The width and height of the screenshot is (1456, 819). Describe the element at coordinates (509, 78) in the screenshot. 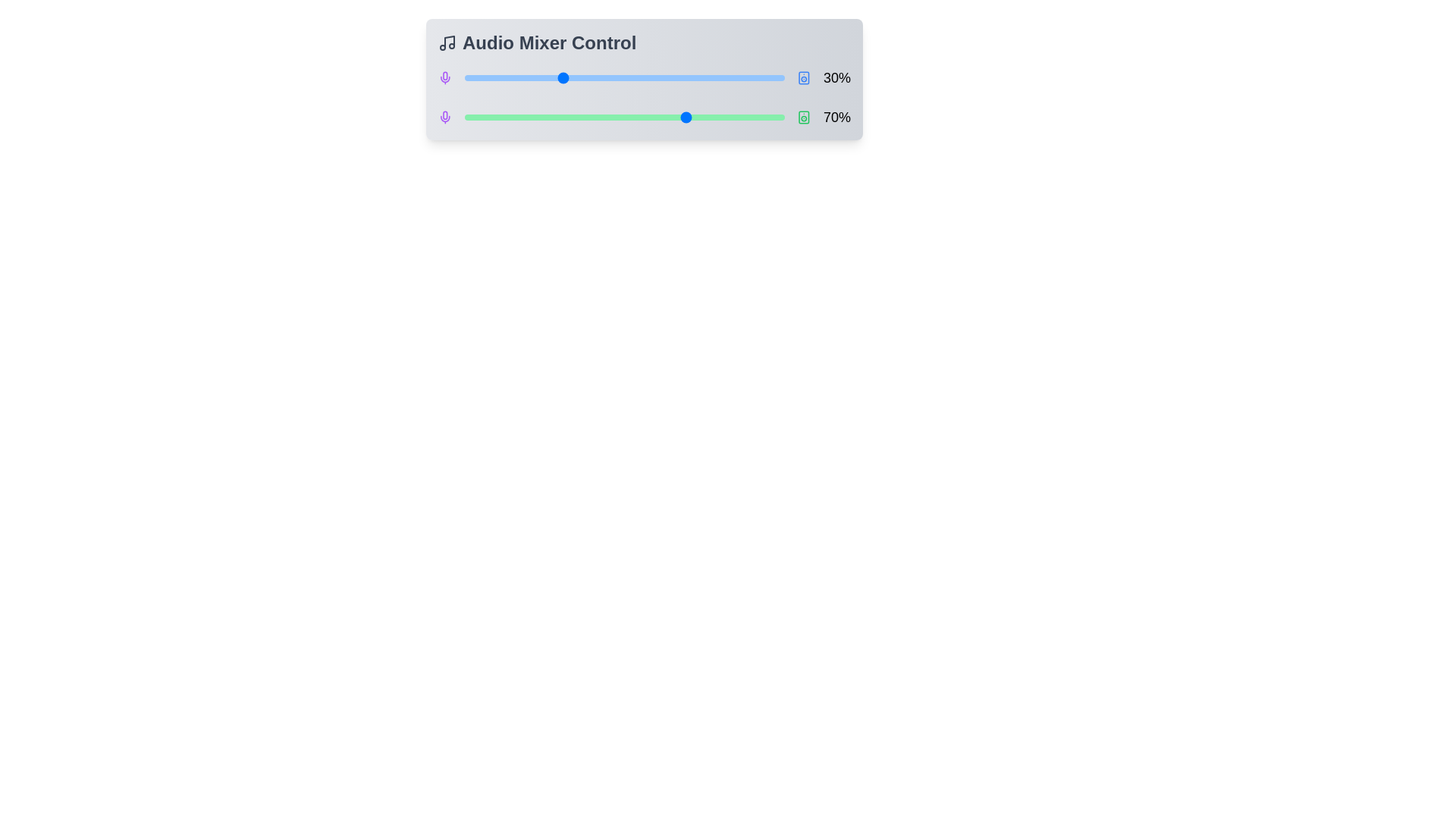

I see `the slider` at that location.